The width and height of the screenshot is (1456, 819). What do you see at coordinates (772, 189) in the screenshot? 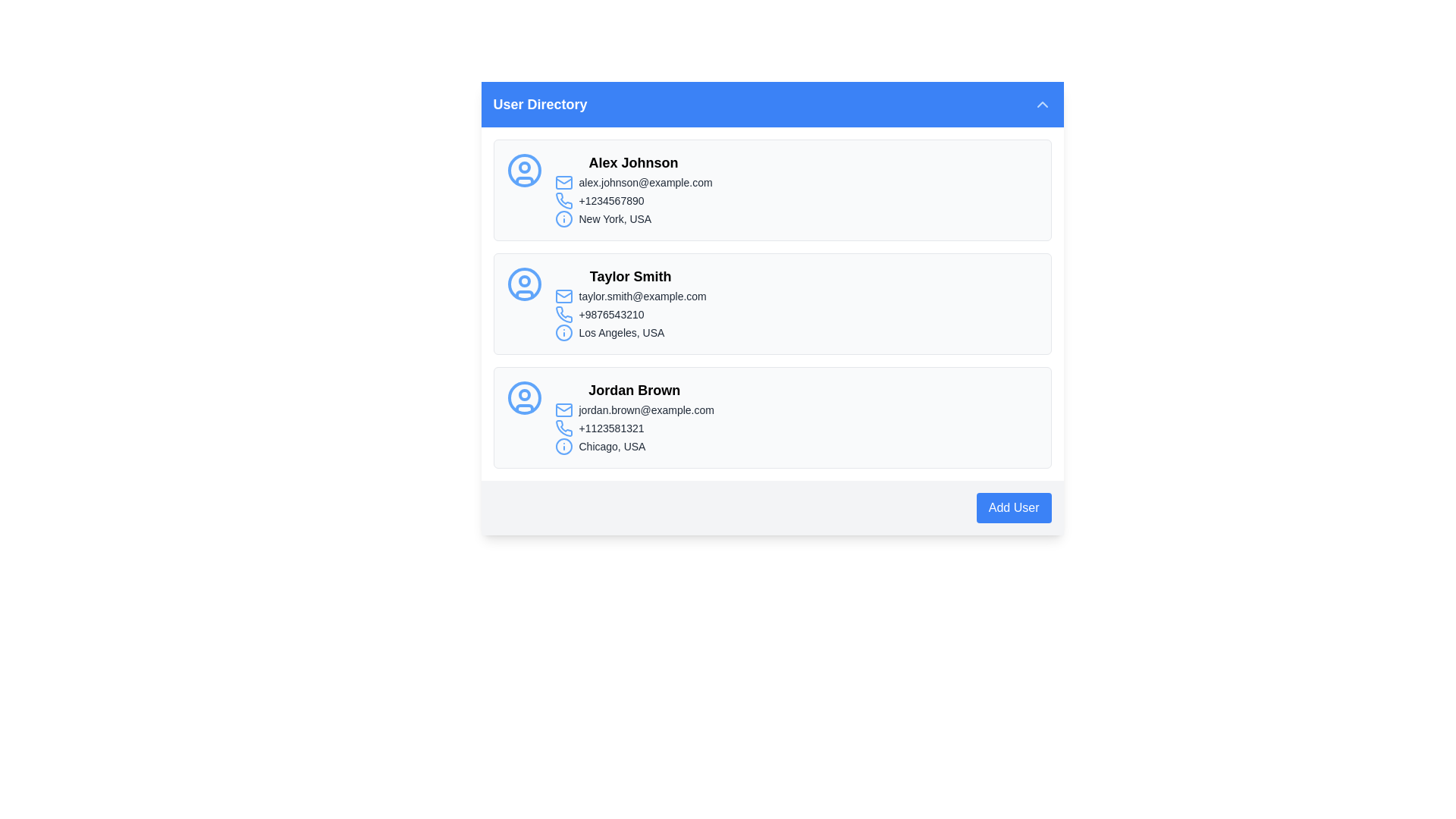
I see `the Information Display Card displaying the user's contact information, which is the first item` at bounding box center [772, 189].